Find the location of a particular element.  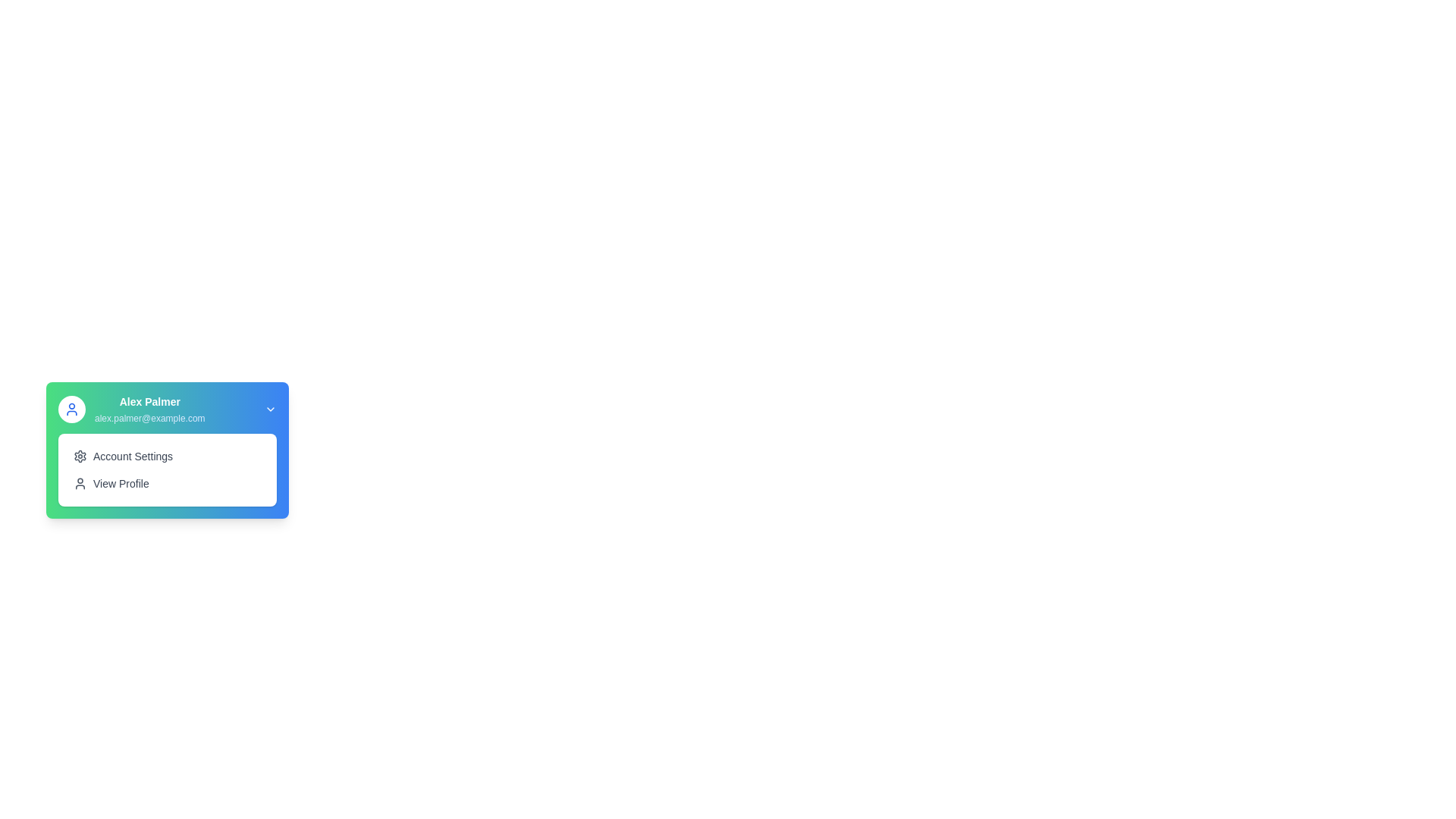

the Clickable user information overview is located at coordinates (167, 409).